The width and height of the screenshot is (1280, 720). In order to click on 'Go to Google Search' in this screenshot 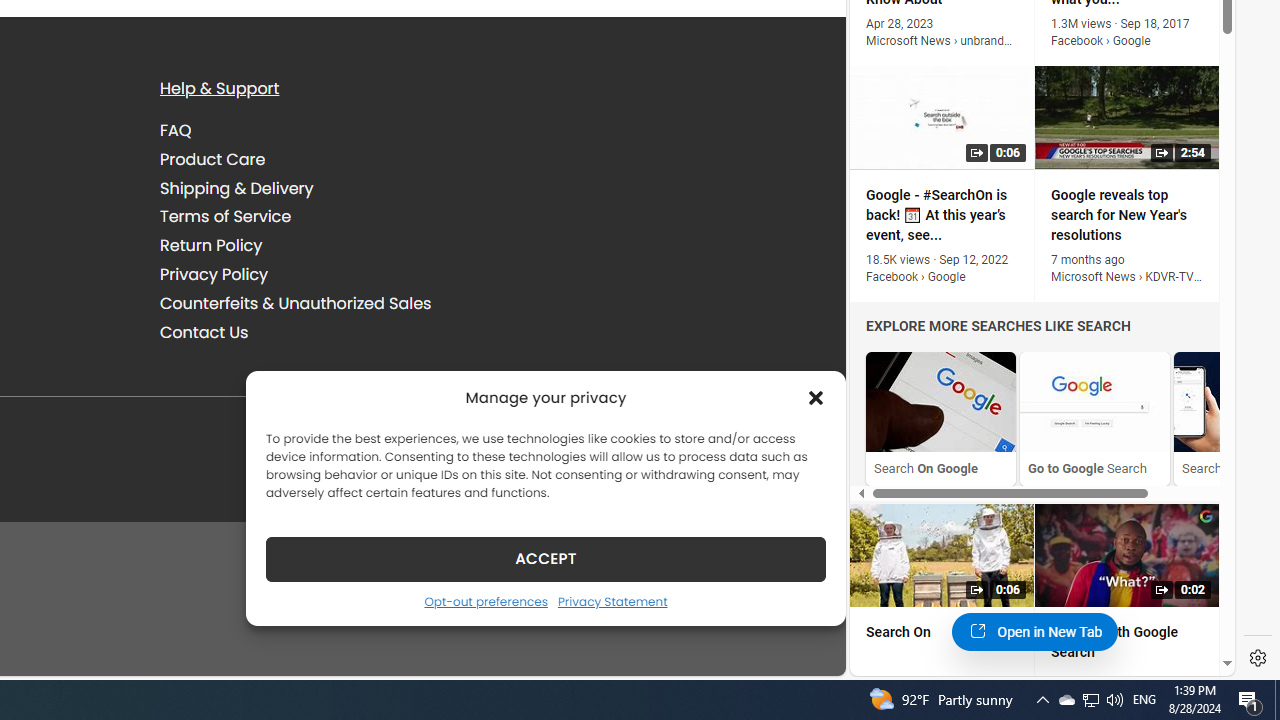, I will do `click(1094, 401)`.